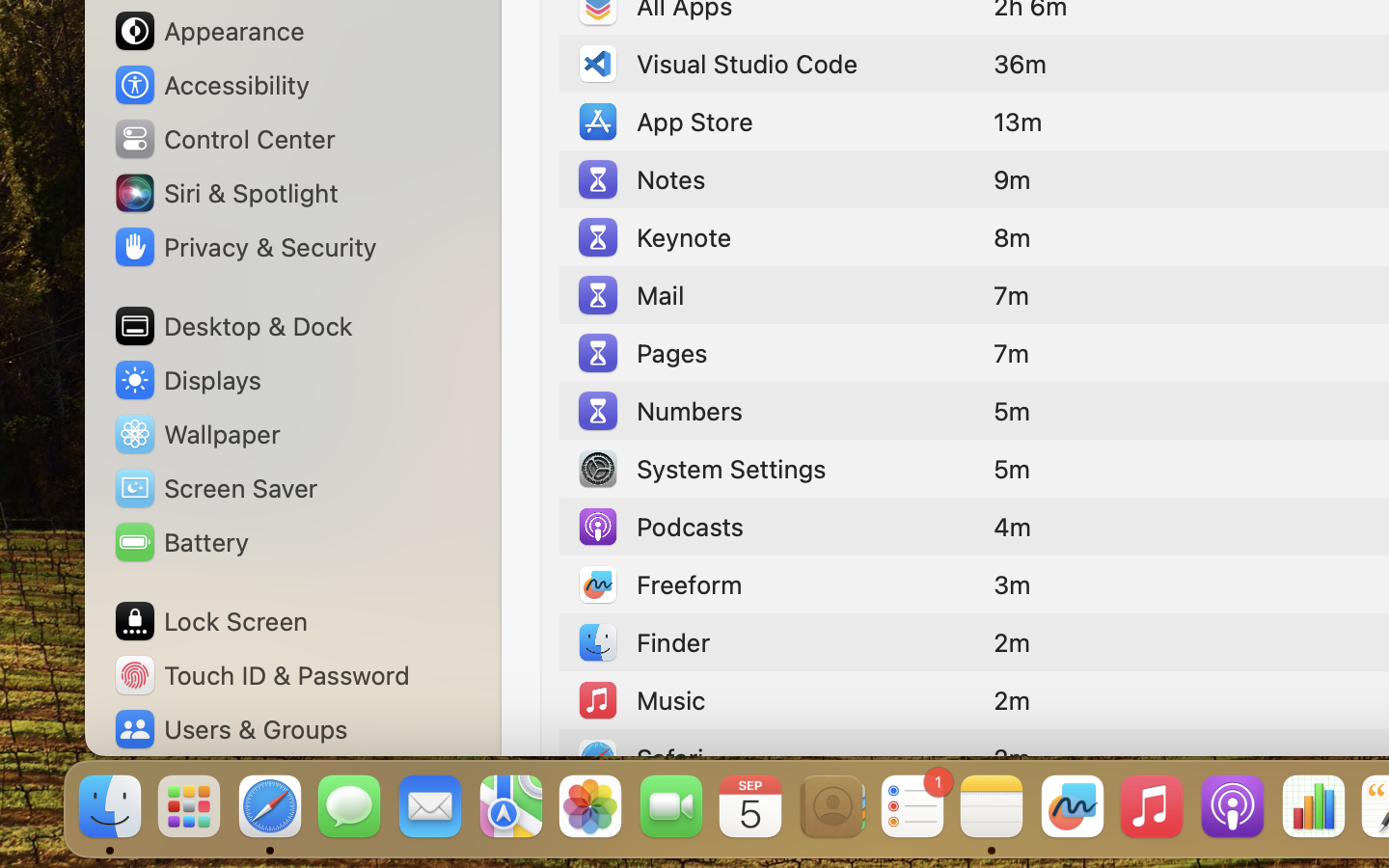 This screenshot has width=1389, height=868. Describe the element at coordinates (640, 179) in the screenshot. I see `'Notes'` at that location.